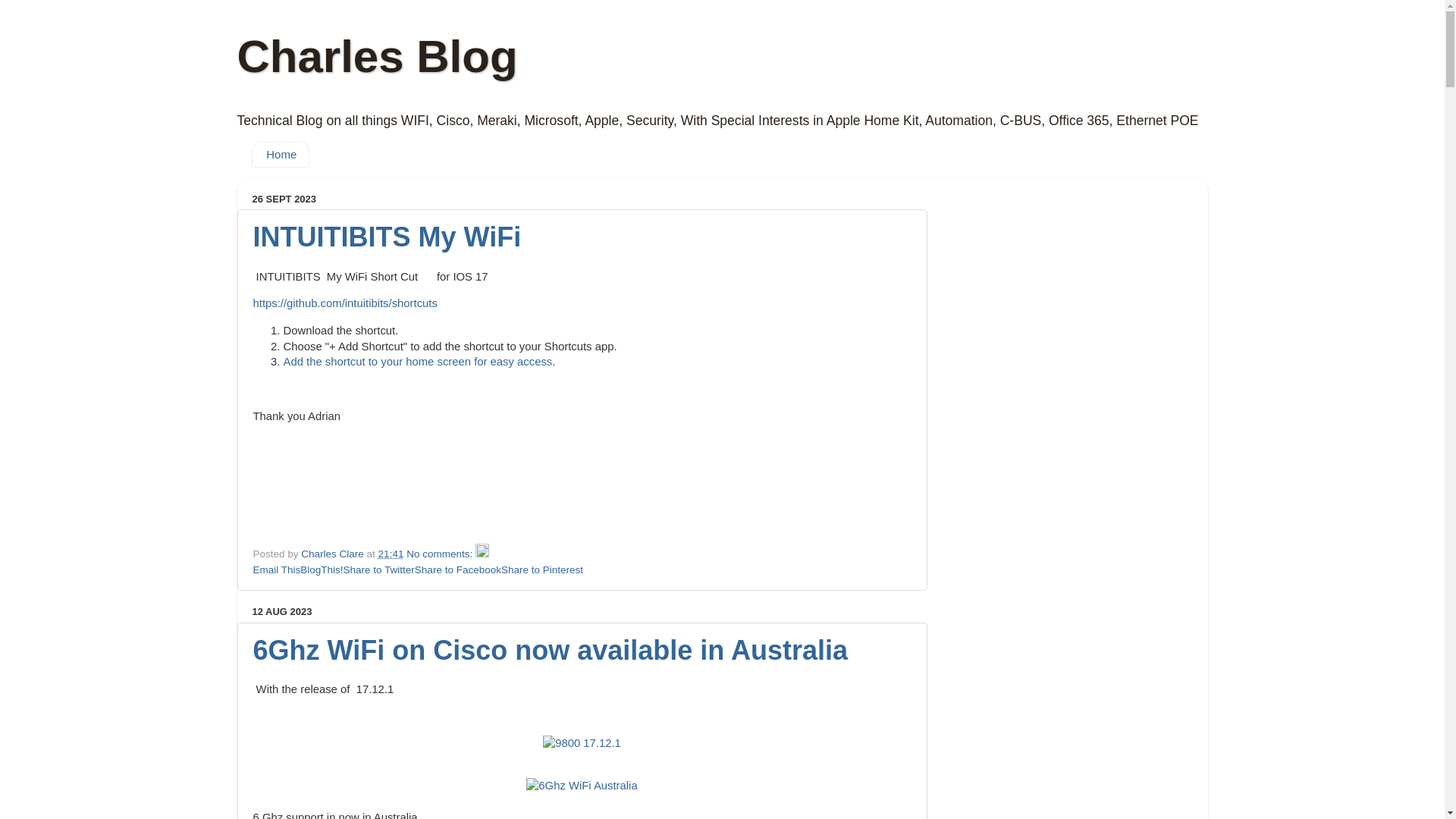 The width and height of the screenshot is (1456, 819). I want to click on 'https://github.com/intuitibits/shortcuts', so click(344, 303).